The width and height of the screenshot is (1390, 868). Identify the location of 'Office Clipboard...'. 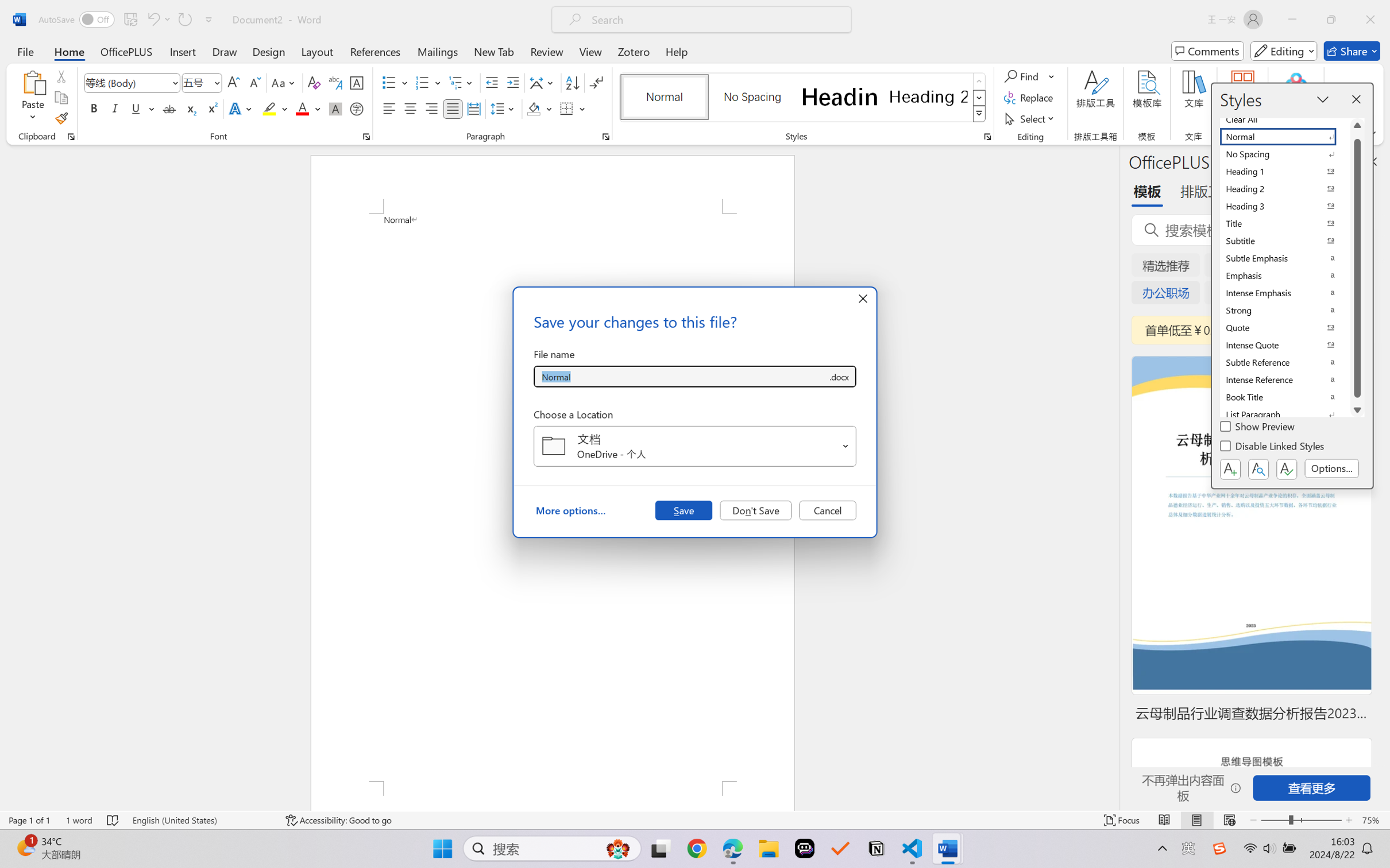
(70, 136).